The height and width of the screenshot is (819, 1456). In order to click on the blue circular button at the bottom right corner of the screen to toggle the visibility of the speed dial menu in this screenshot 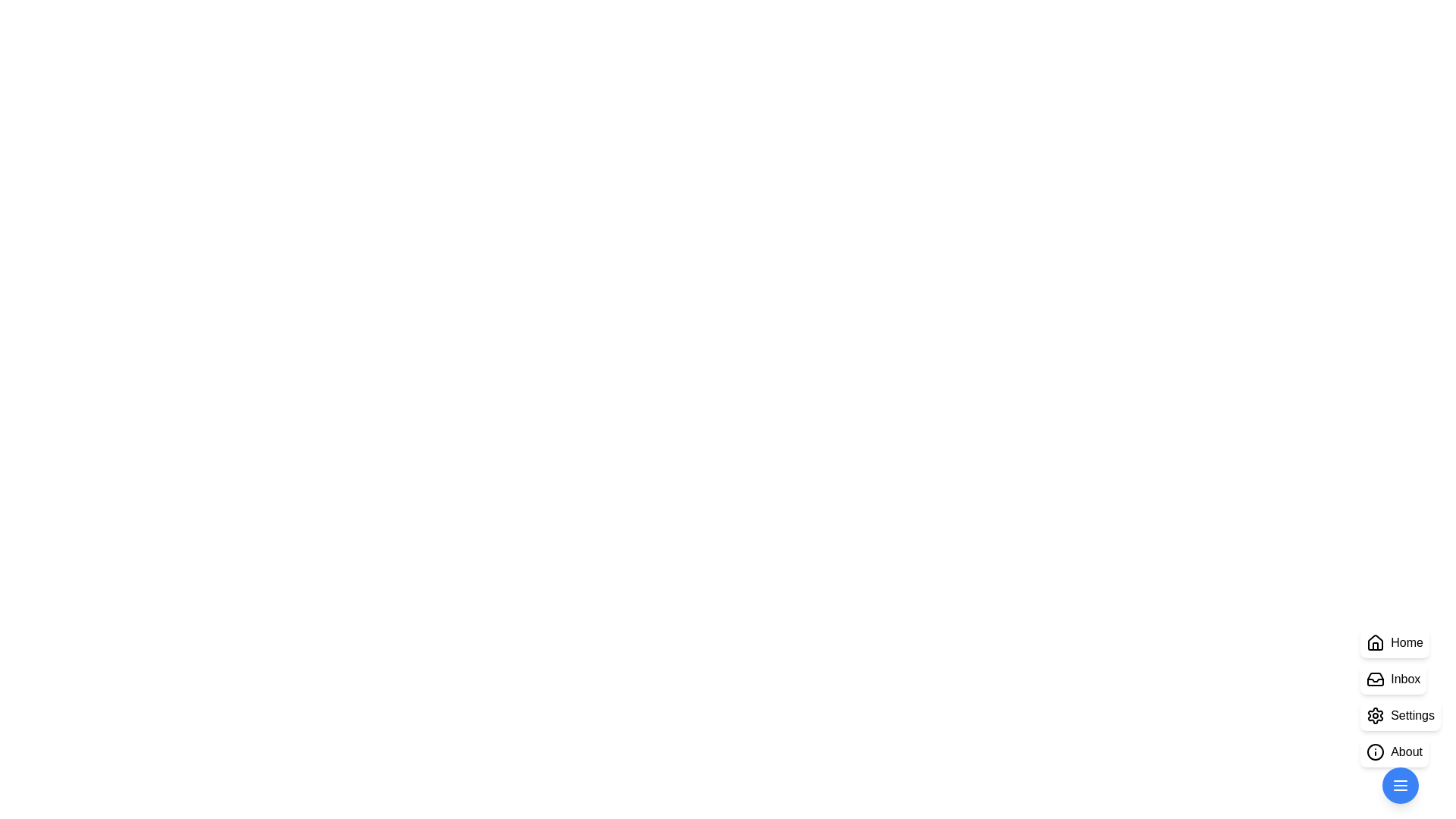, I will do `click(1400, 785)`.